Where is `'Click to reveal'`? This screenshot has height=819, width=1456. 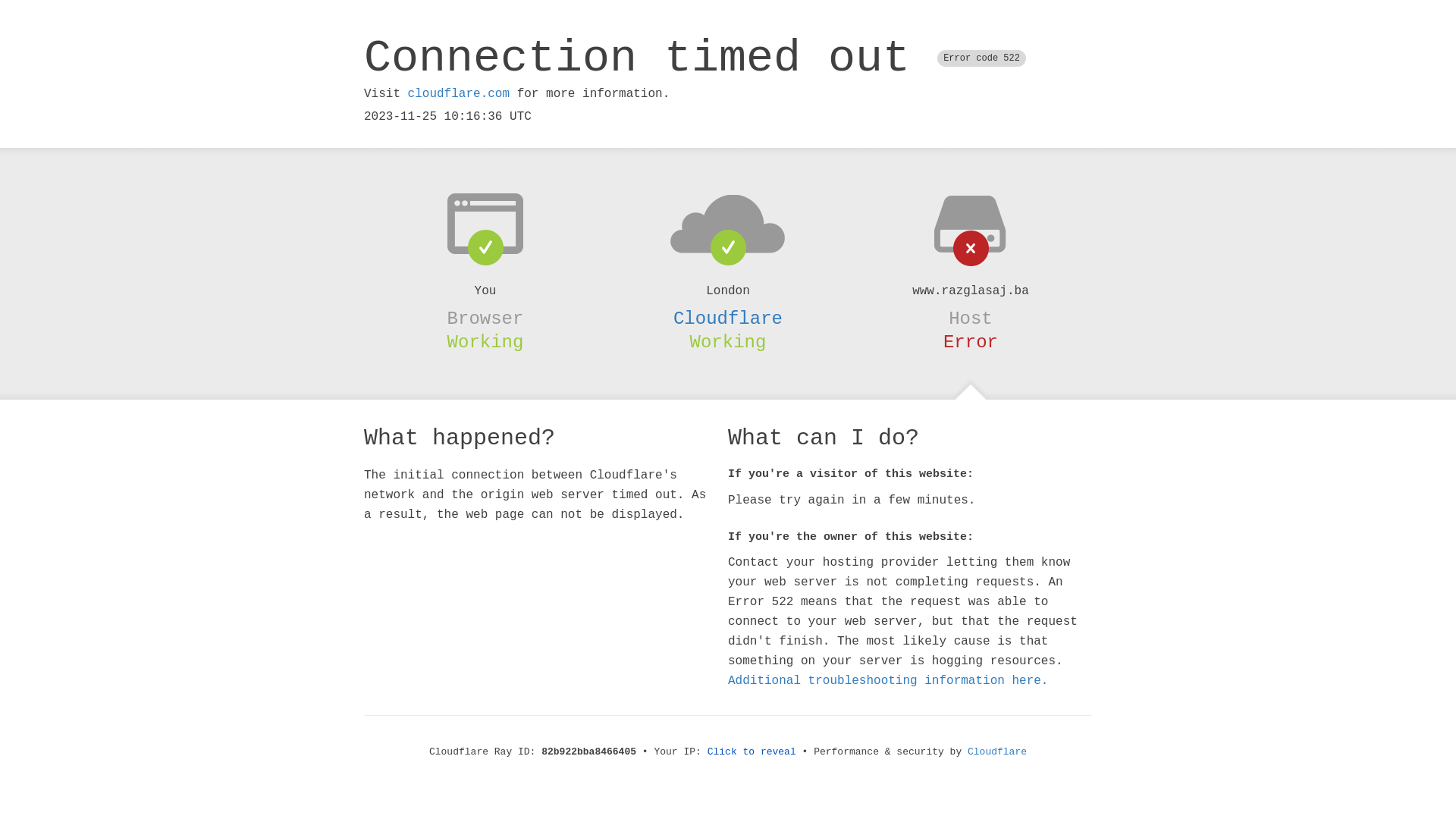 'Click to reveal' is located at coordinates (752, 752).